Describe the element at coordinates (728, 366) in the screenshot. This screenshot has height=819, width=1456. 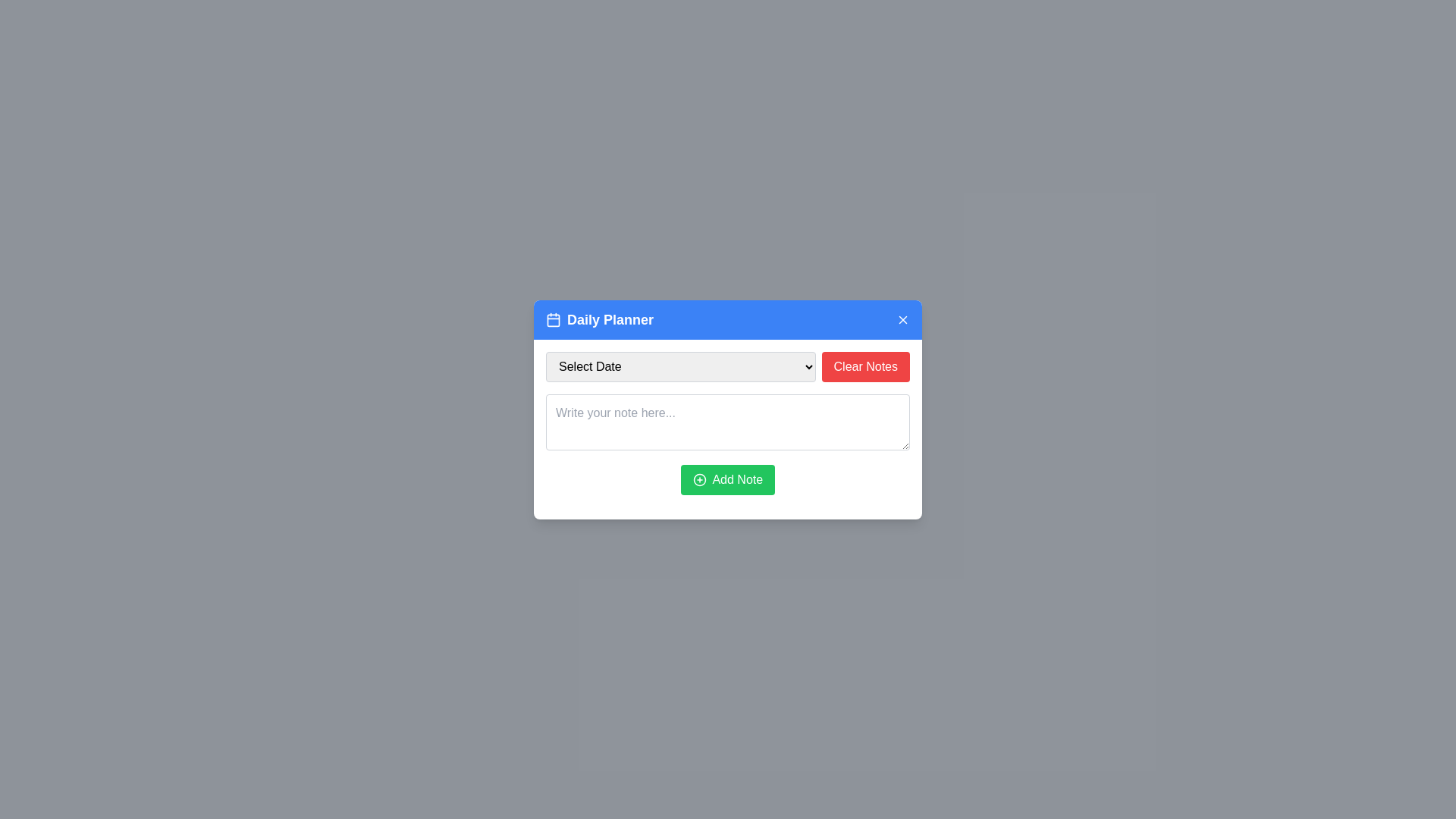
I see `a date from the dropdown menu labeled 'Select Date' located on the top row of the 'Daily Planner' modal interface, to the left of the 'Clear Notes' button` at that location.